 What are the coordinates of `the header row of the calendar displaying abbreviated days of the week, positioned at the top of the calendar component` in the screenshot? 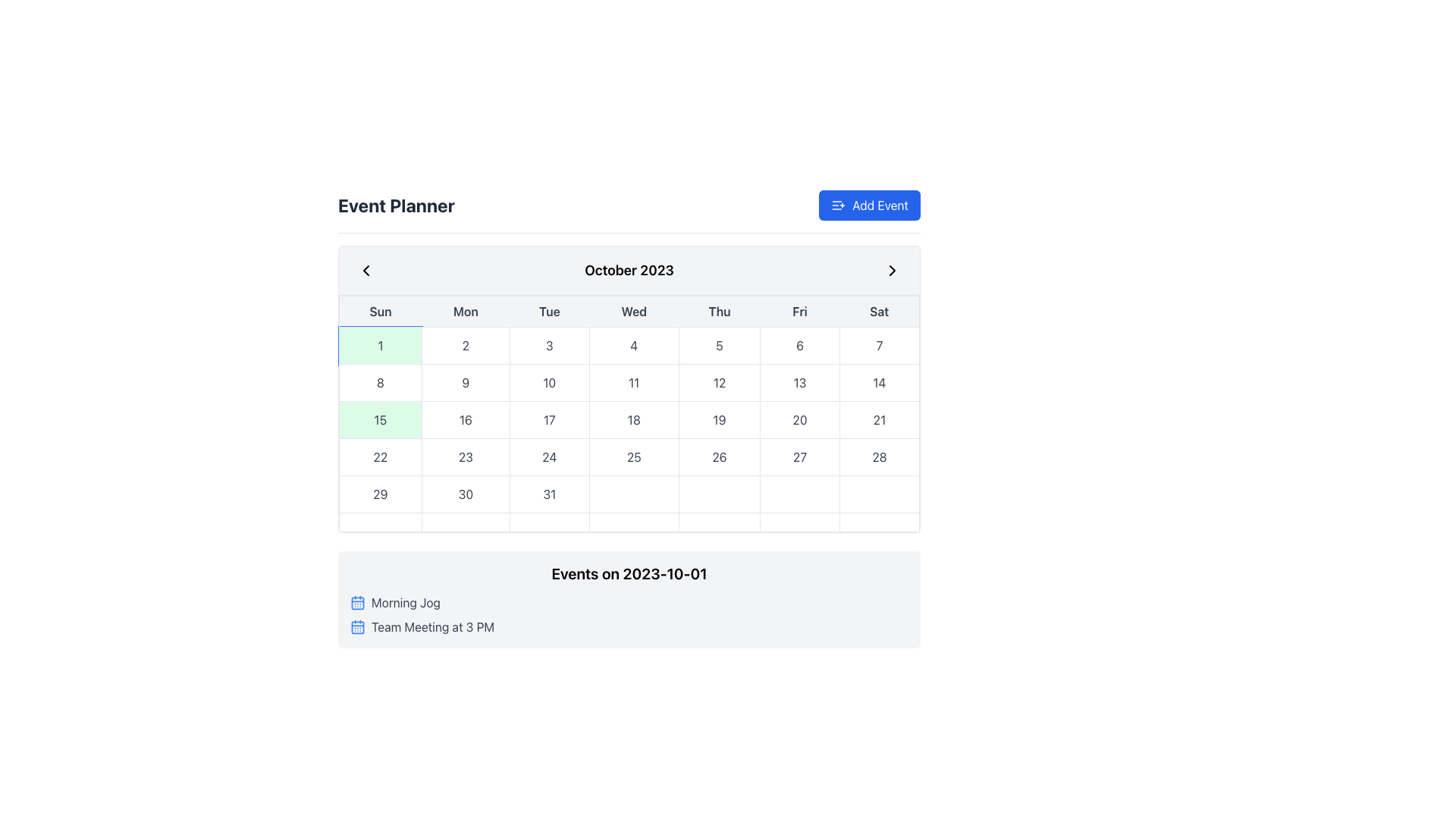 It's located at (629, 311).